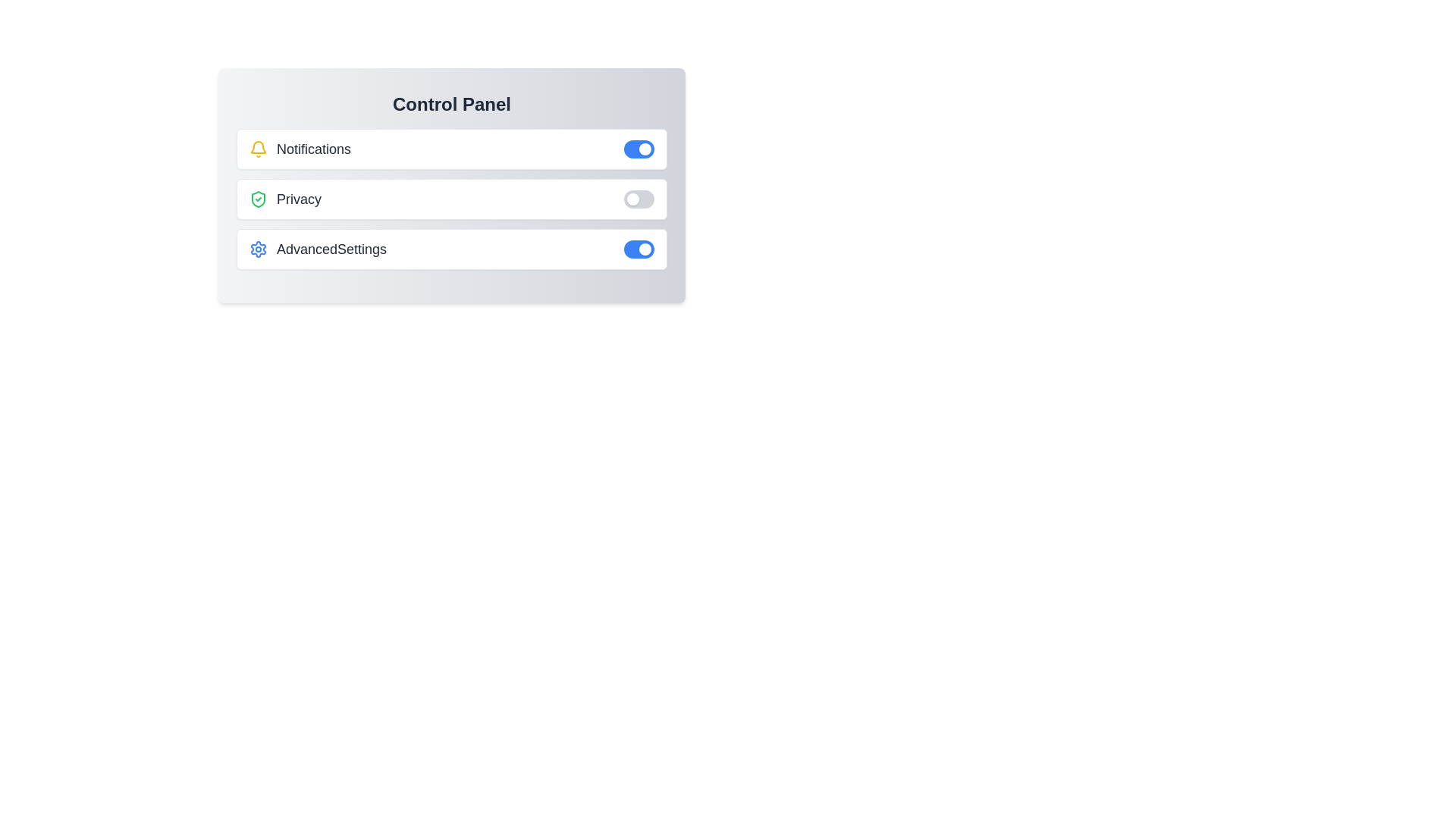  What do you see at coordinates (450, 185) in the screenshot?
I see `the center of the feature panel to bring it into focus` at bounding box center [450, 185].